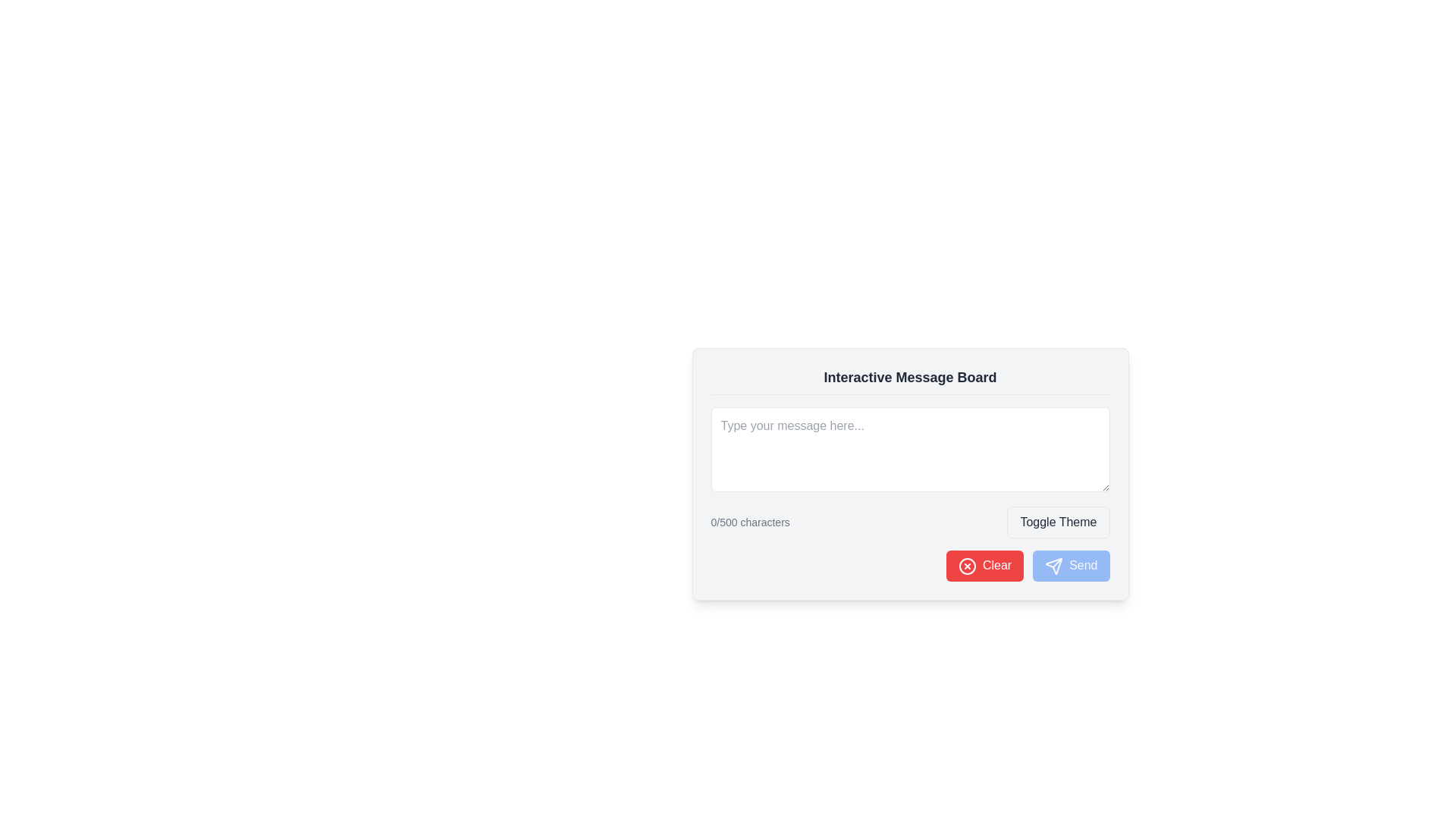 This screenshot has width=1456, height=819. I want to click on the decorative icon adjacent to the 'Clear' button at the bottom-left corner of the interactive message board interface, so click(966, 566).